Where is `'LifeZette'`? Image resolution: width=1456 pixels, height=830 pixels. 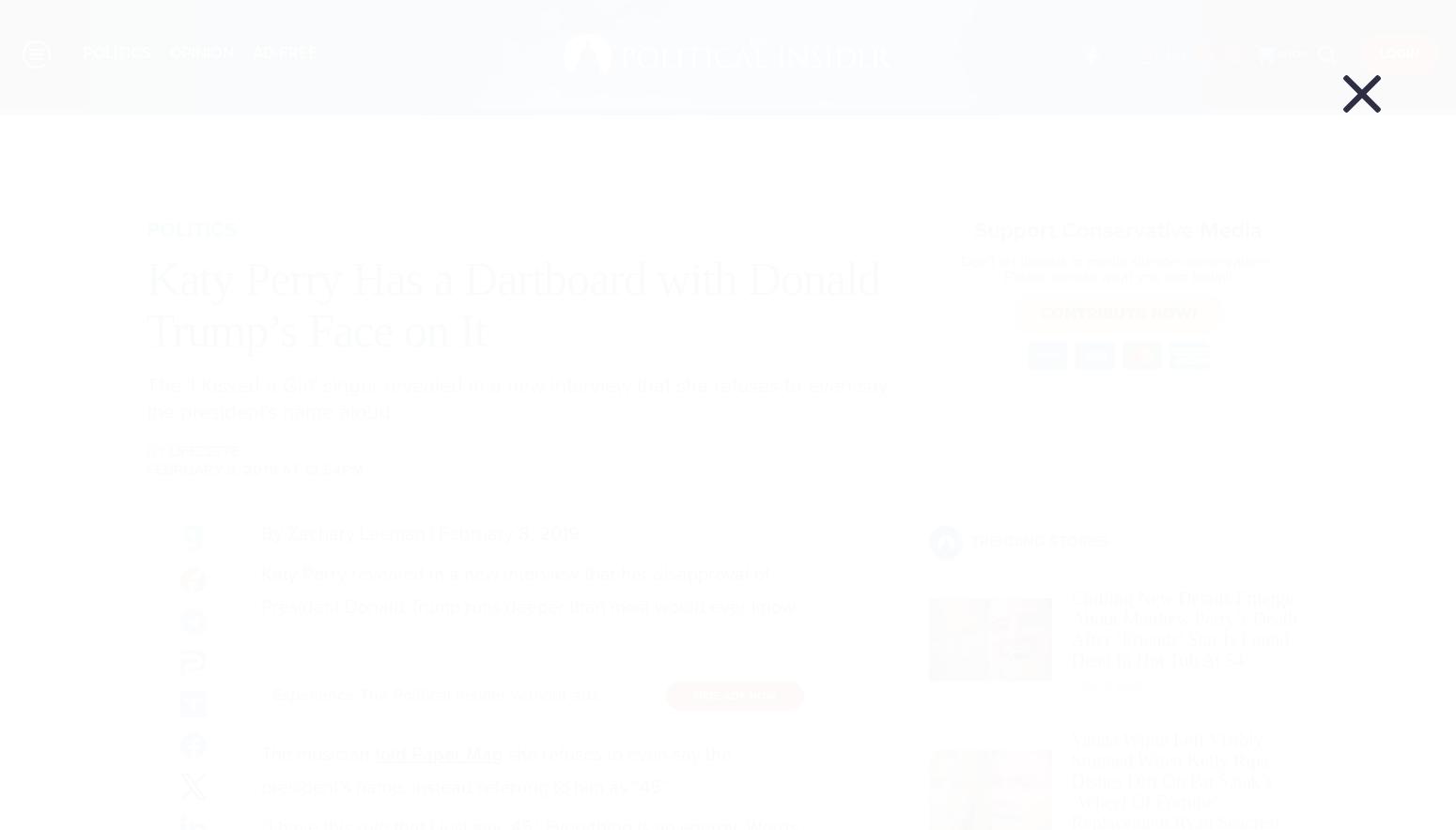
'LifeZette' is located at coordinates (202, 451).